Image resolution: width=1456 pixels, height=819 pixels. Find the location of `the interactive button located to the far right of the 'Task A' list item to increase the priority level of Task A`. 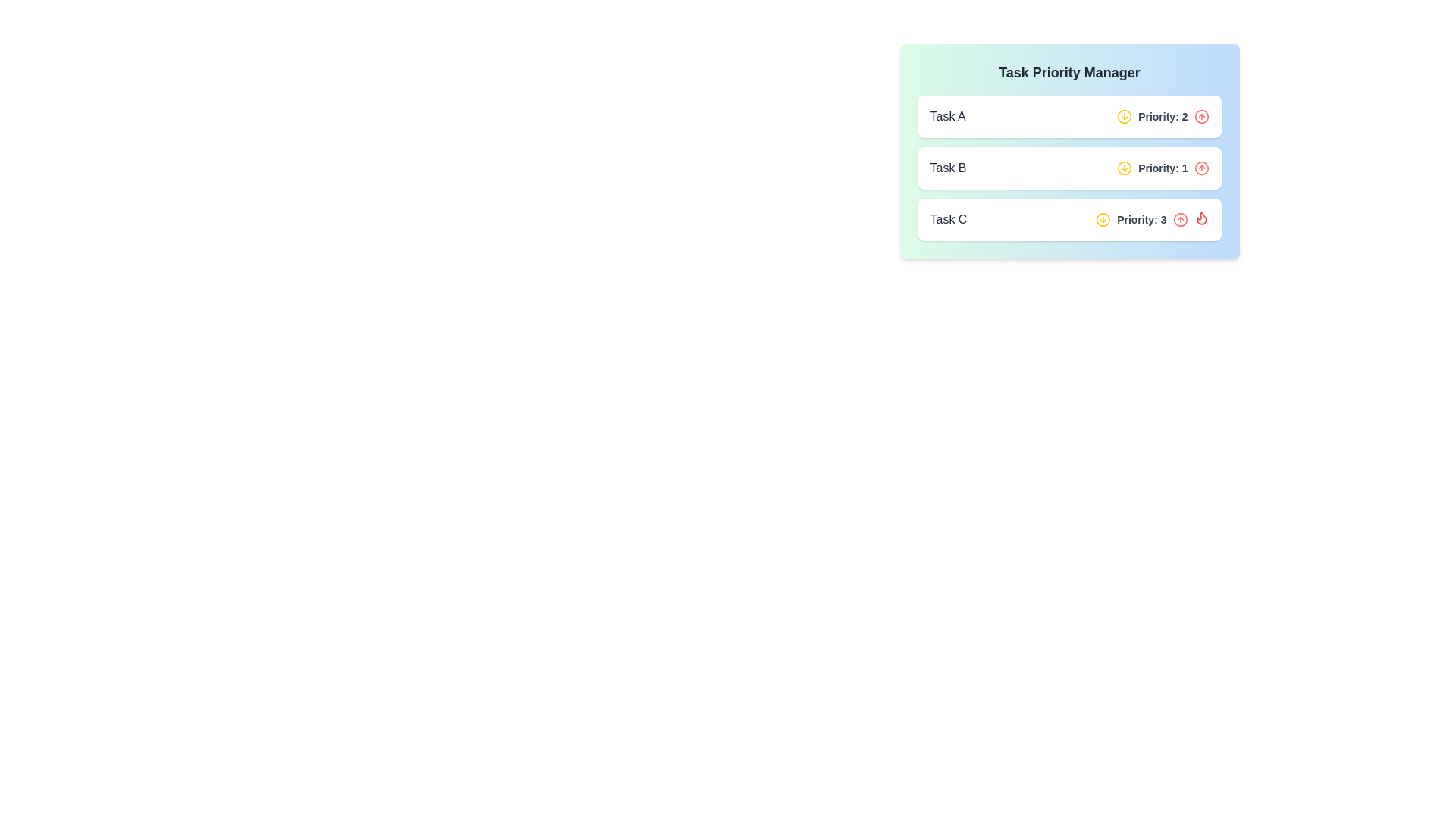

the interactive button located to the far right of the 'Task A' list item to increase the priority level of Task A is located at coordinates (1200, 116).